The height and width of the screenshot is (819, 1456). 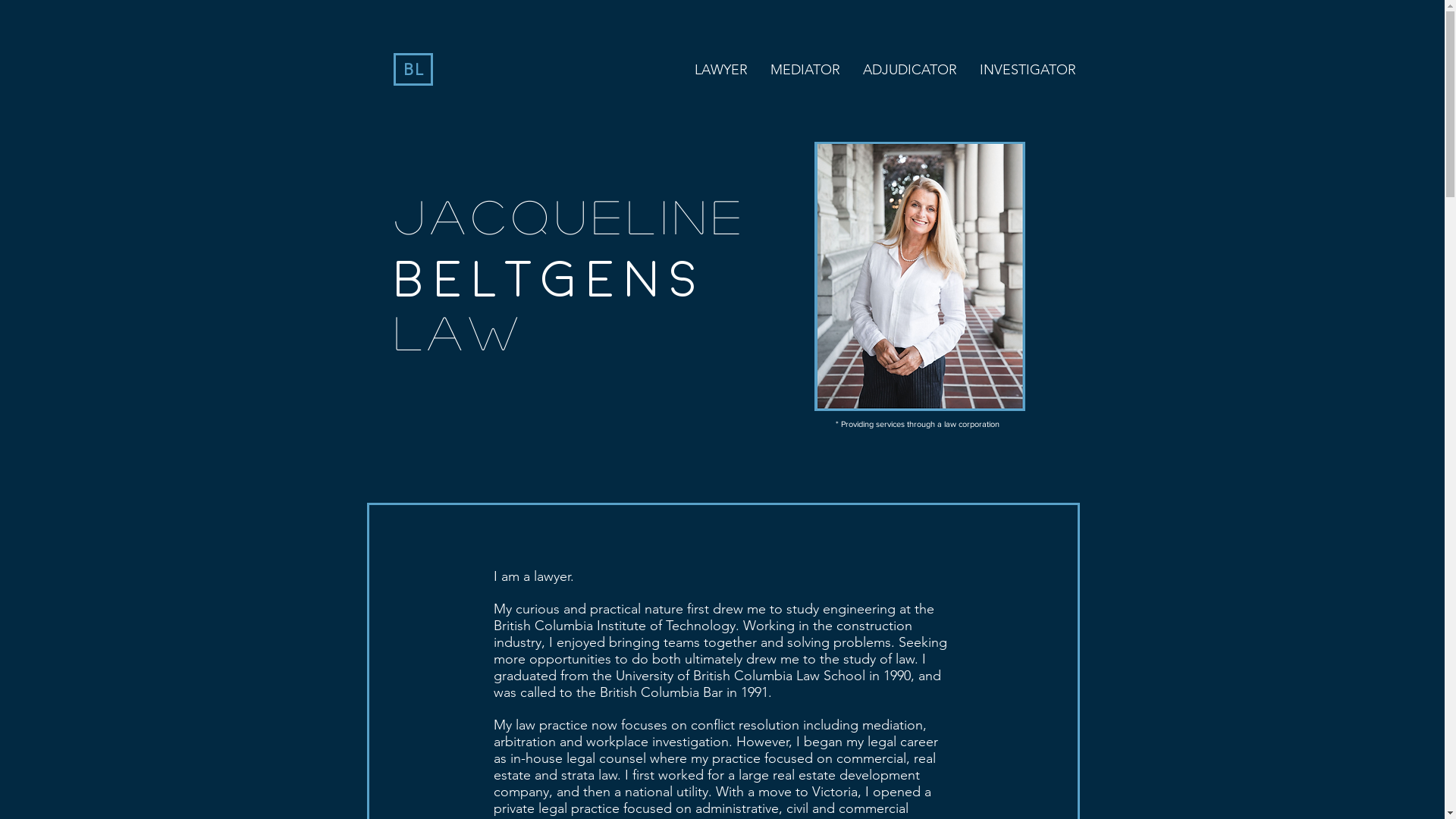 What do you see at coordinates (414, 69) in the screenshot?
I see `'BL'` at bounding box center [414, 69].